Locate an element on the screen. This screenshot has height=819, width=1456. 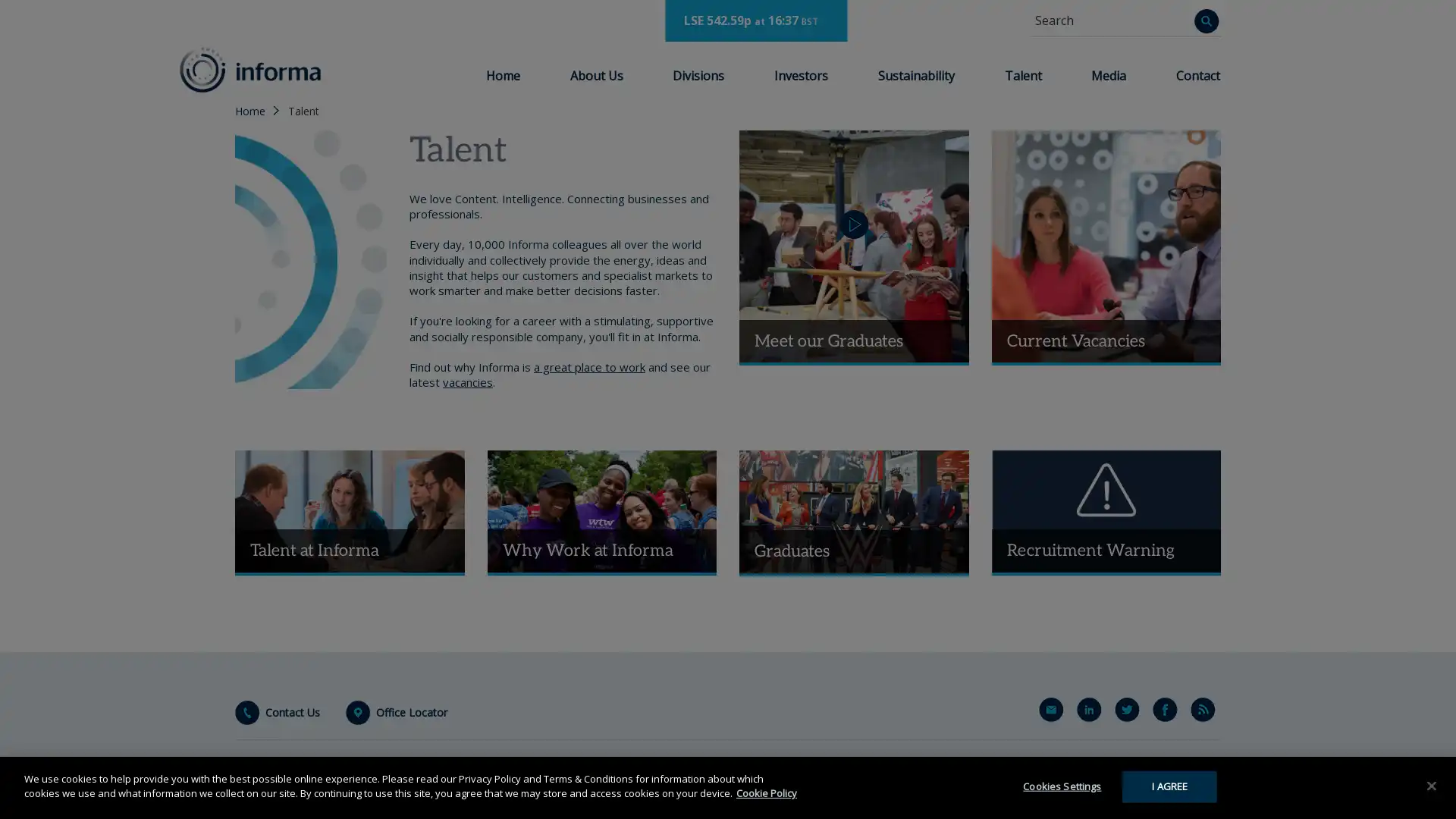
I AGREE is located at coordinates (1169, 786).